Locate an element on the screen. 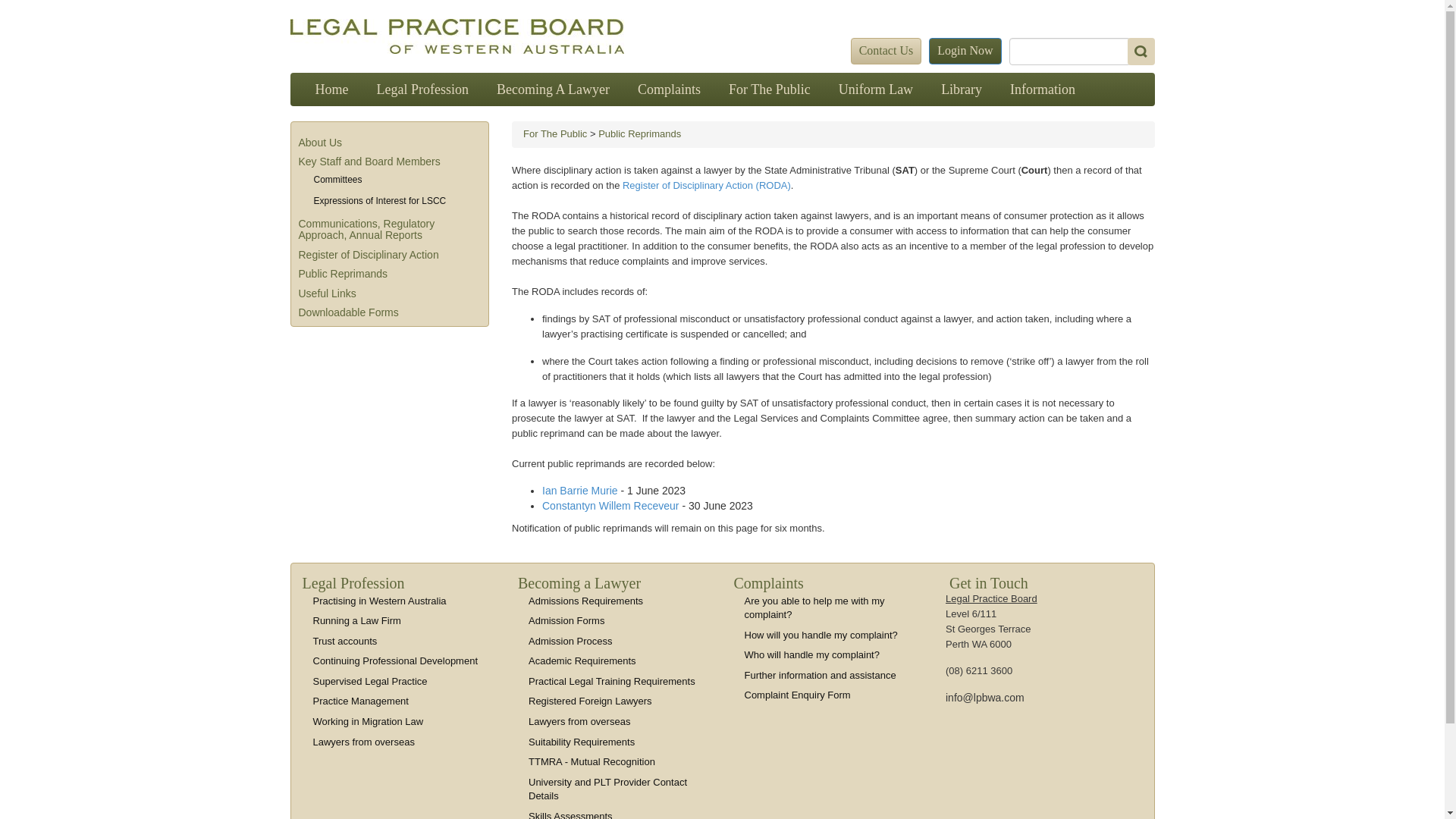 The width and height of the screenshot is (1456, 819). 'Continuing Professional Development' is located at coordinates (312, 660).